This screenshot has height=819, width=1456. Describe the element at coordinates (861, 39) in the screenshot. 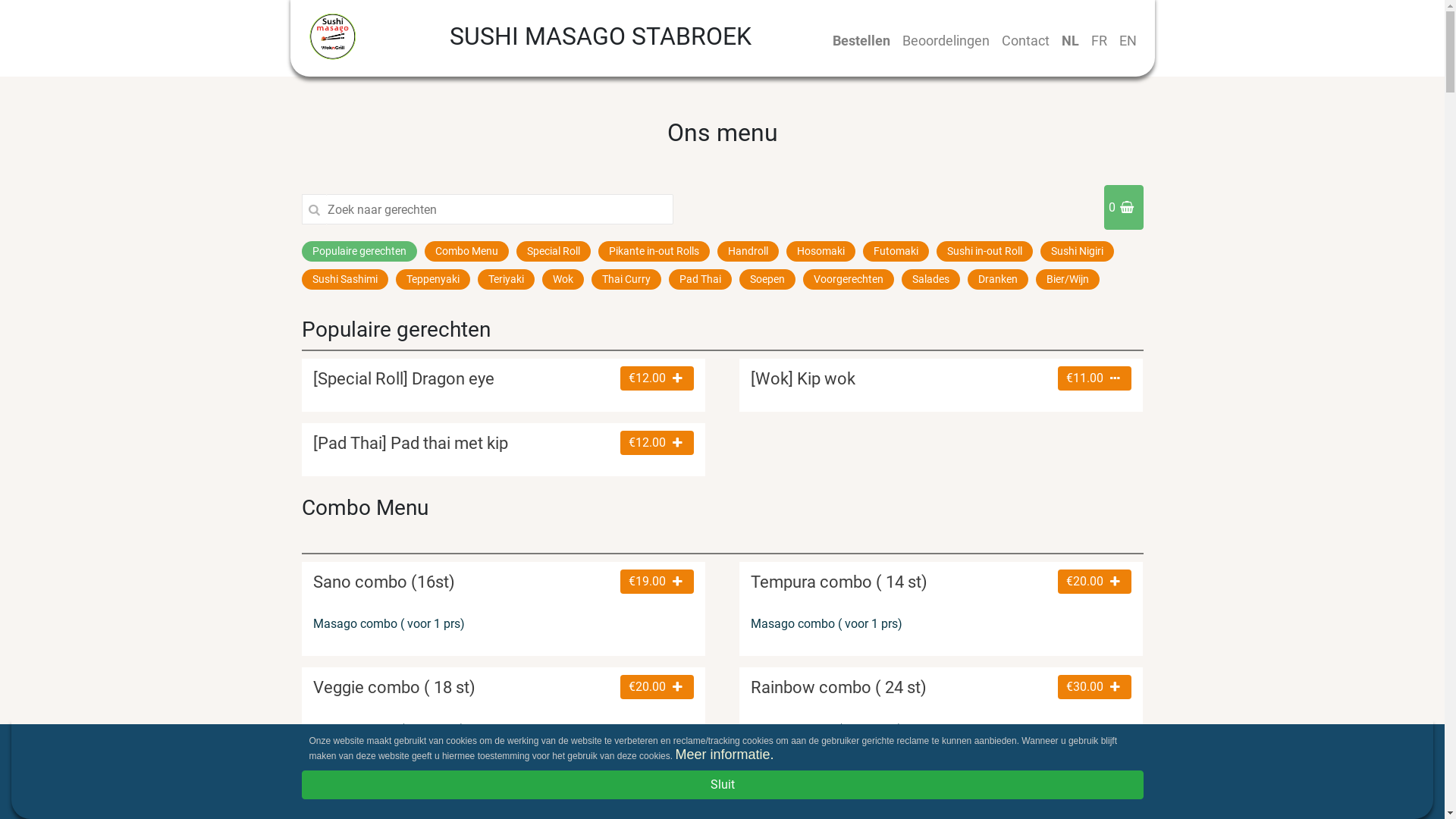

I see `'Bestellen'` at that location.